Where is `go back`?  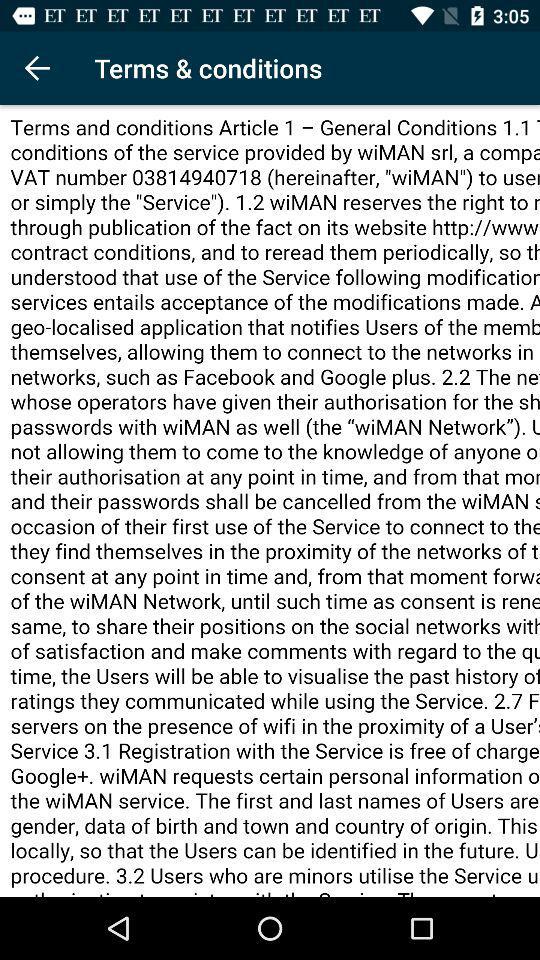
go back is located at coordinates (36, 68).